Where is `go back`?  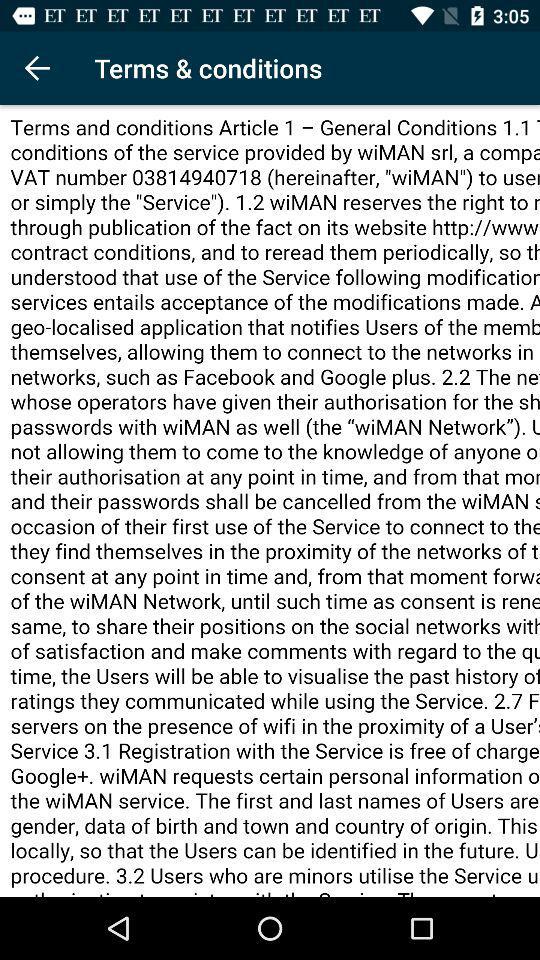
go back is located at coordinates (36, 68).